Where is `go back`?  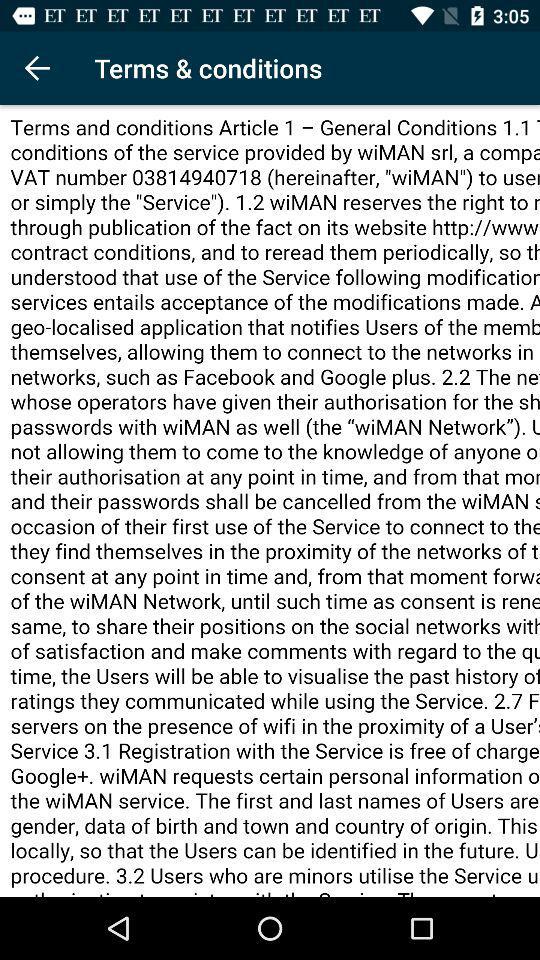
go back is located at coordinates (36, 68).